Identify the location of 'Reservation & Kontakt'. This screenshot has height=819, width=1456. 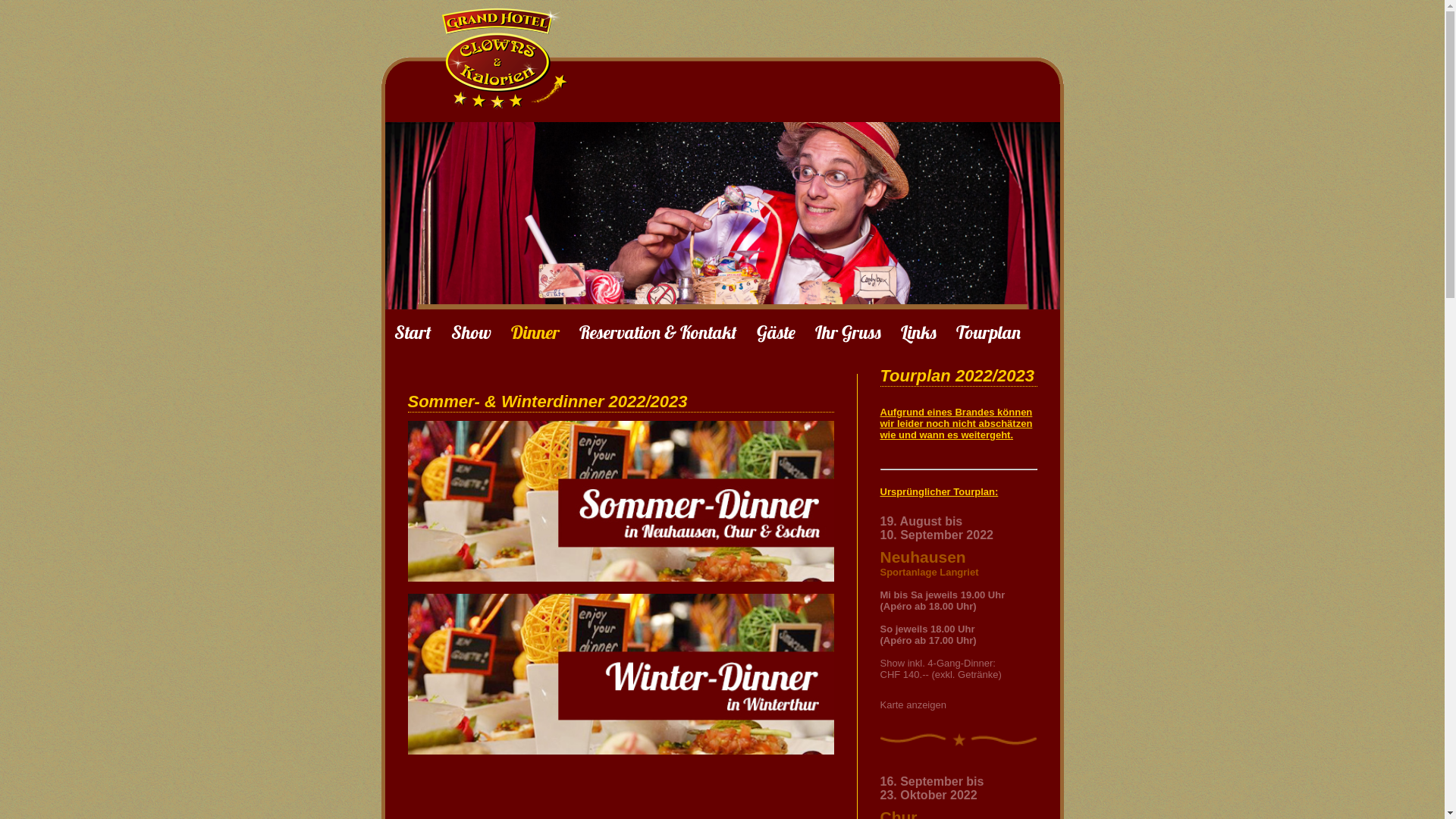
(658, 331).